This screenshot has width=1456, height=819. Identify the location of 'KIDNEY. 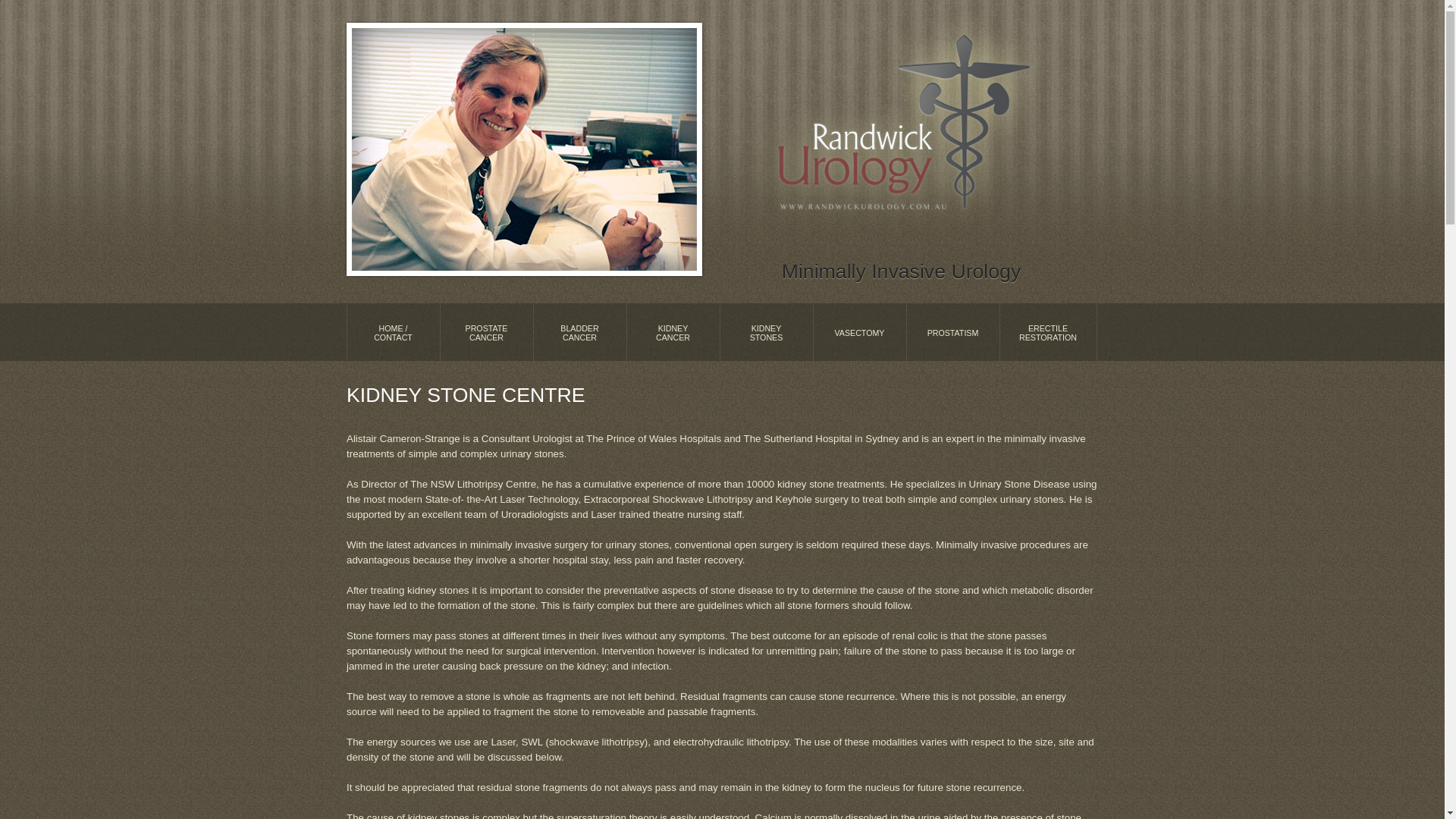
(672, 331).